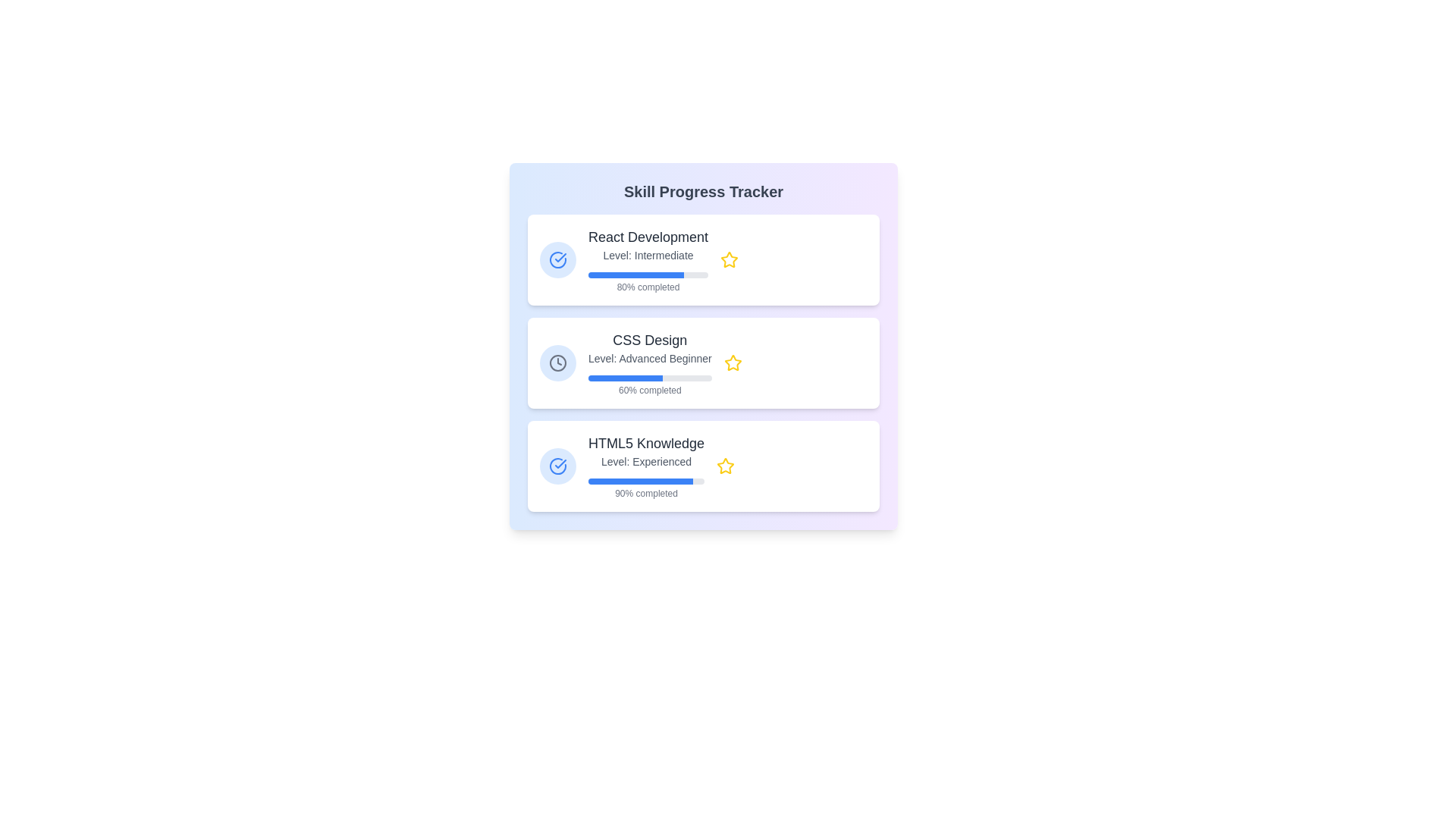  Describe the element at coordinates (650, 339) in the screenshot. I see `text label that serves as the title or identifier for the skill progress section, located above the level description and progress indicator` at that location.